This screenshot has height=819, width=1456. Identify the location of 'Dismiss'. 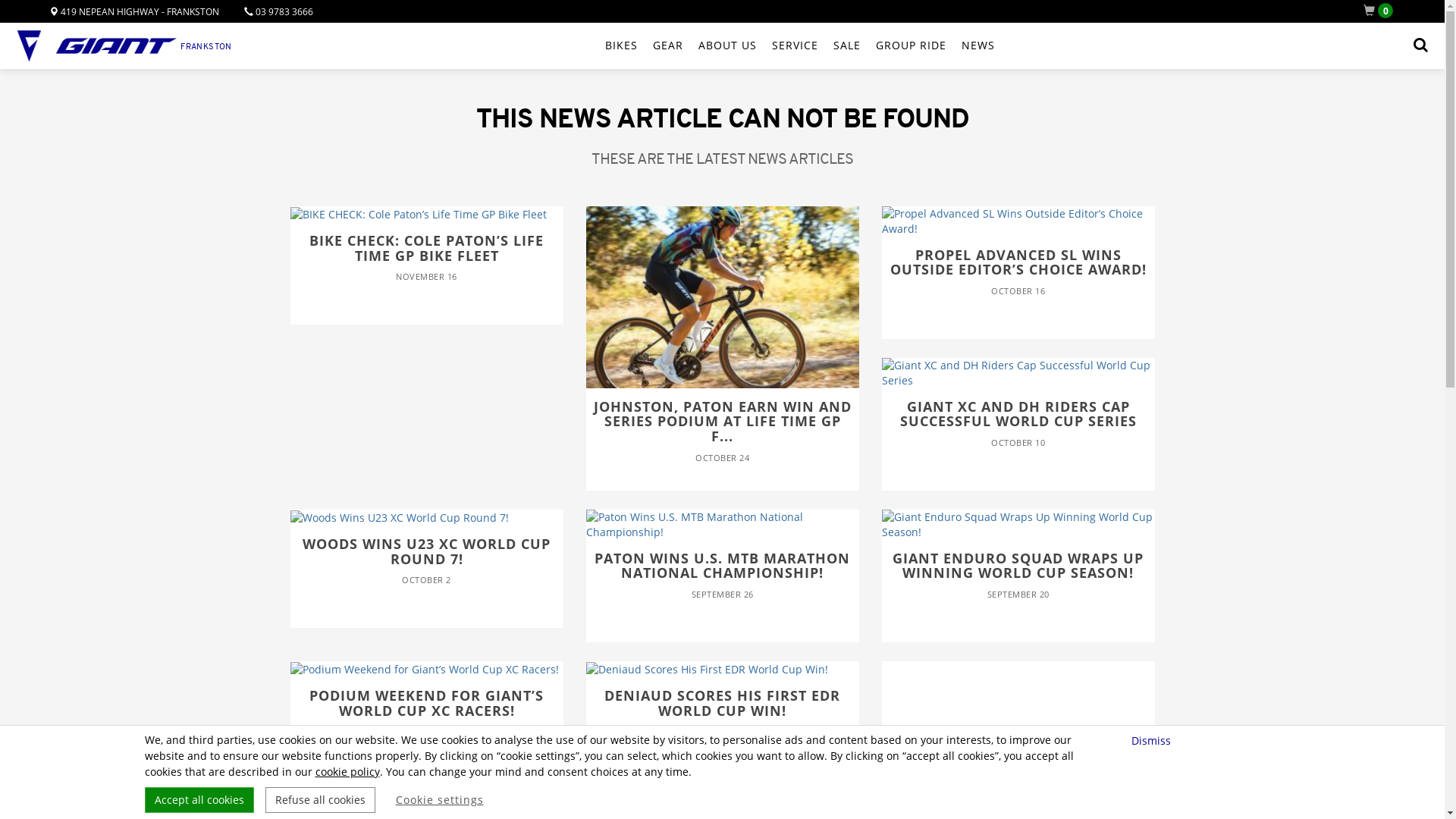
(1153, 739).